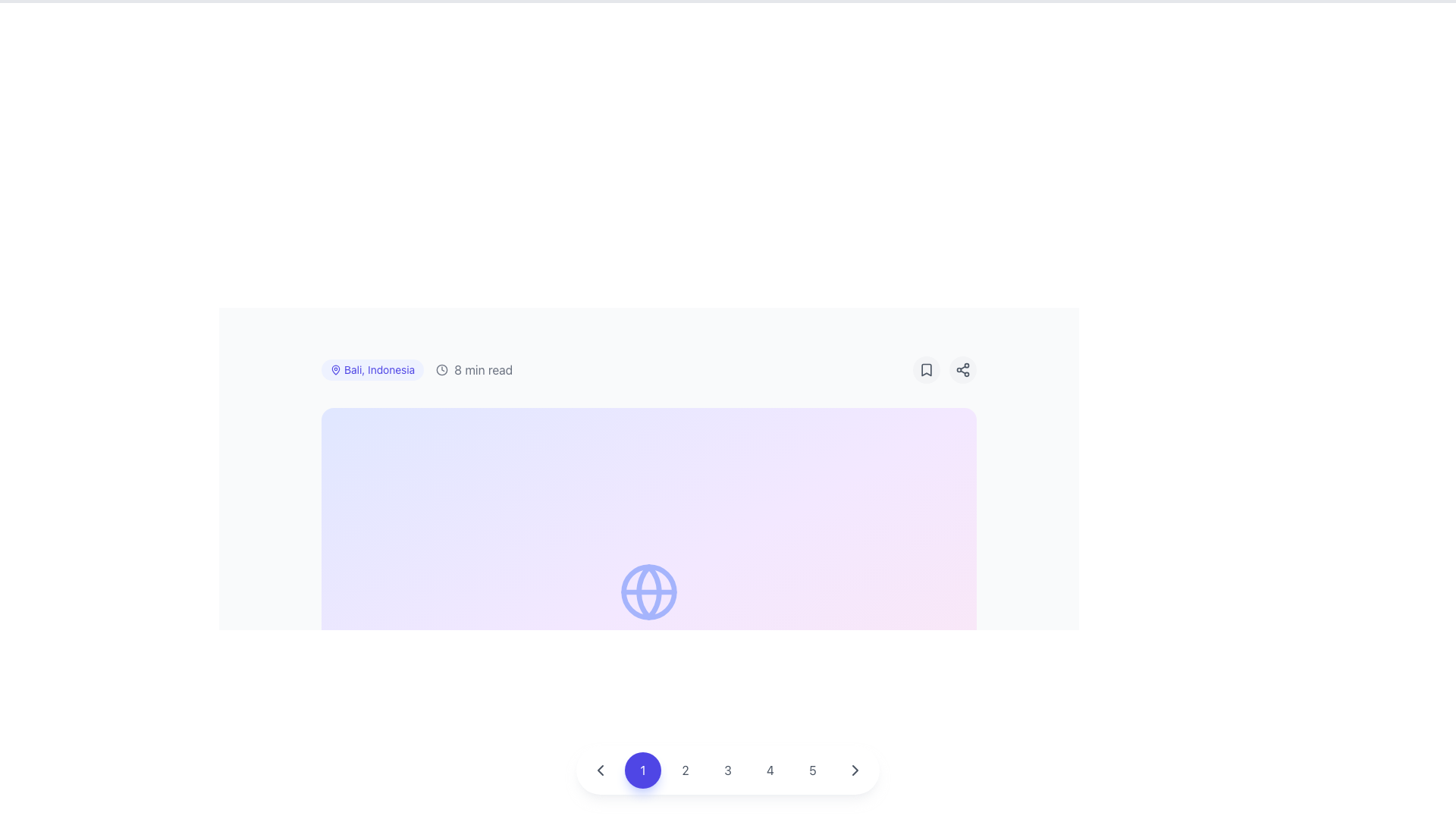 This screenshot has width=1456, height=819. I want to click on the second navigation button that allows users, so click(684, 770).